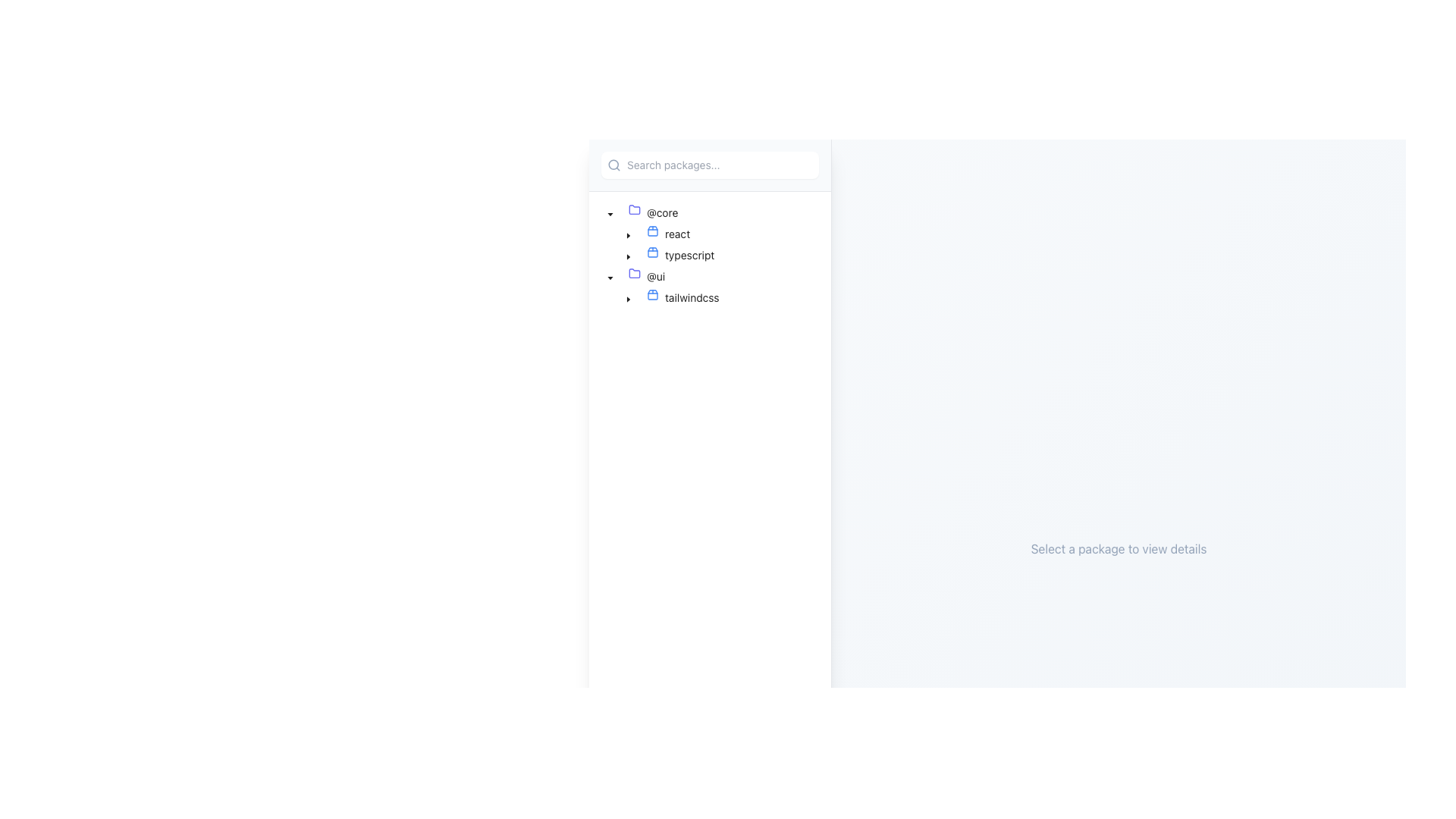  Describe the element at coordinates (663, 298) in the screenshot. I see `the 'tailwindcss' package node in the tree view` at that location.